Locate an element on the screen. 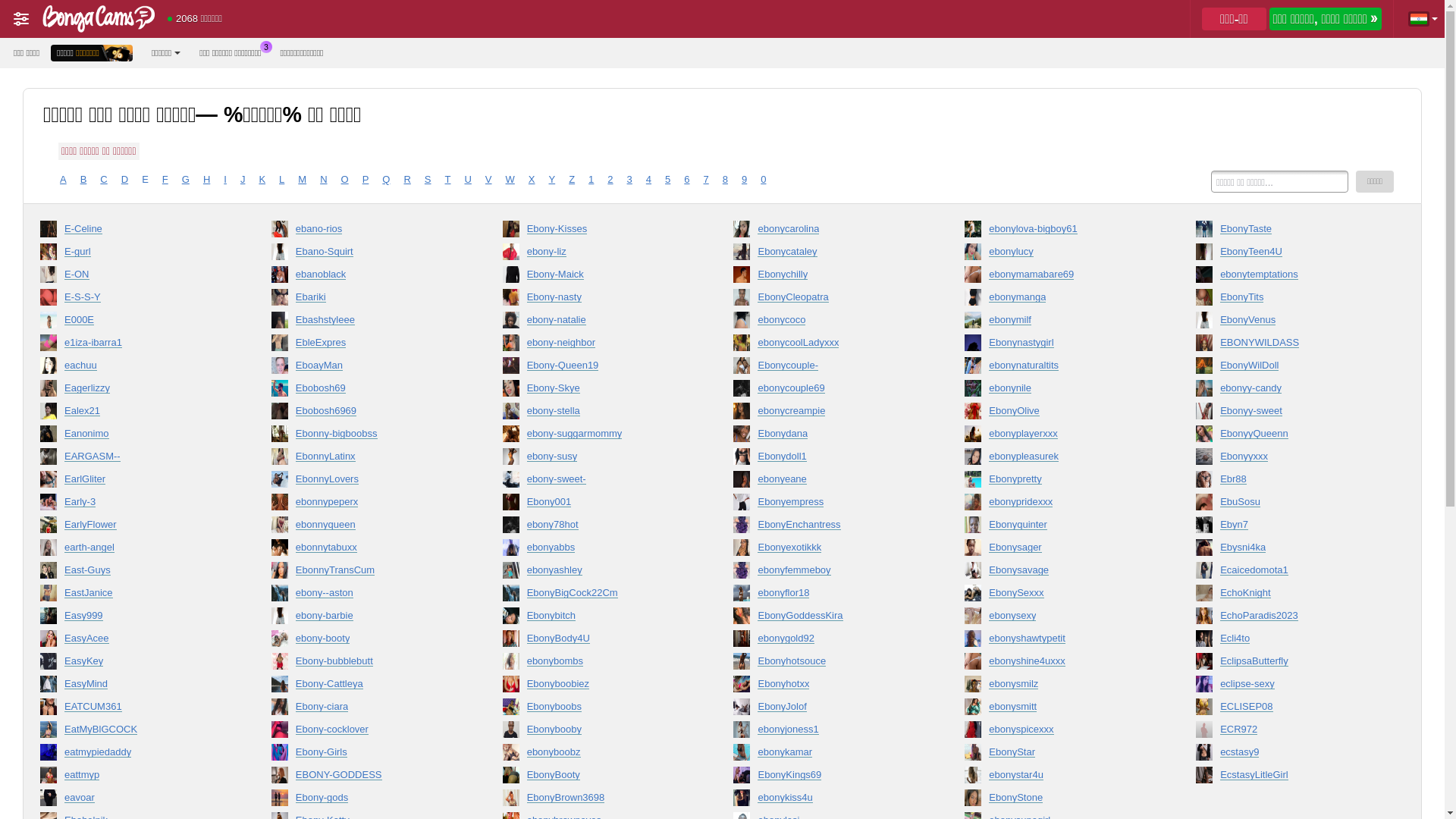  'Ebony-Queen19' is located at coordinates (596, 369).